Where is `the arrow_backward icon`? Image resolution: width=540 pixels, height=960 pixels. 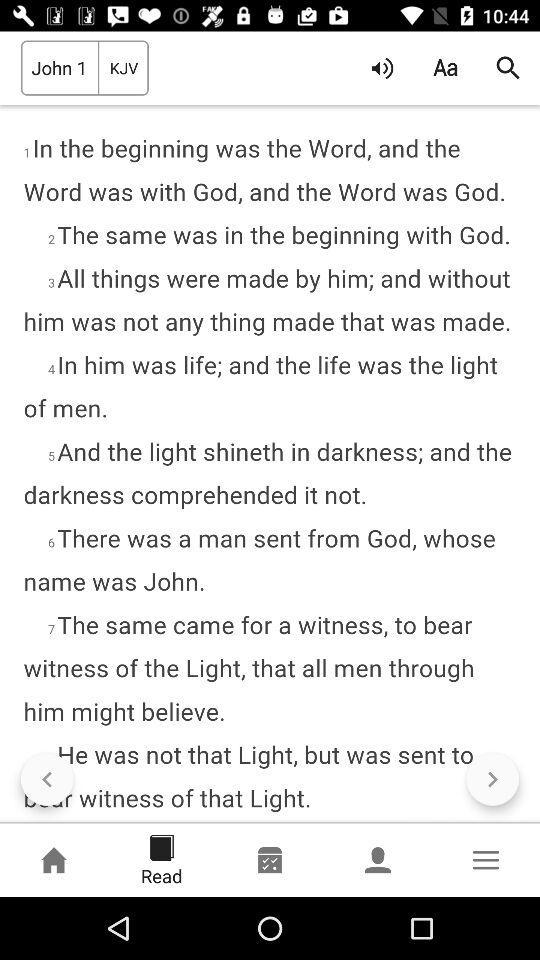 the arrow_backward icon is located at coordinates (47, 778).